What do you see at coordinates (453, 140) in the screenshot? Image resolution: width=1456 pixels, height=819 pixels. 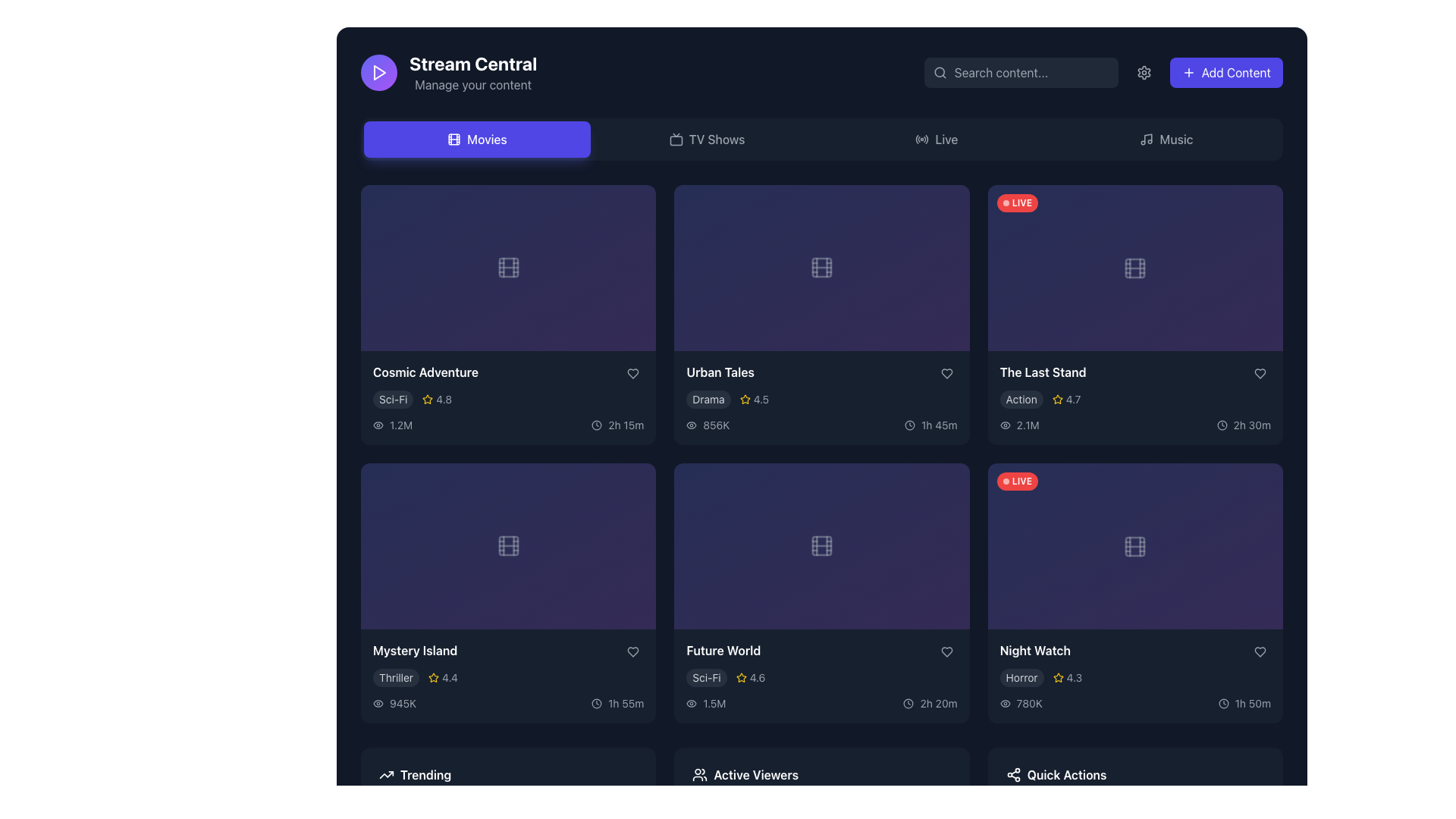 I see `the graphical icon component, which is a rectangular shape with rounded corners, representing a movie reel, located in the upper-left section of the interface within the Movies section` at bounding box center [453, 140].